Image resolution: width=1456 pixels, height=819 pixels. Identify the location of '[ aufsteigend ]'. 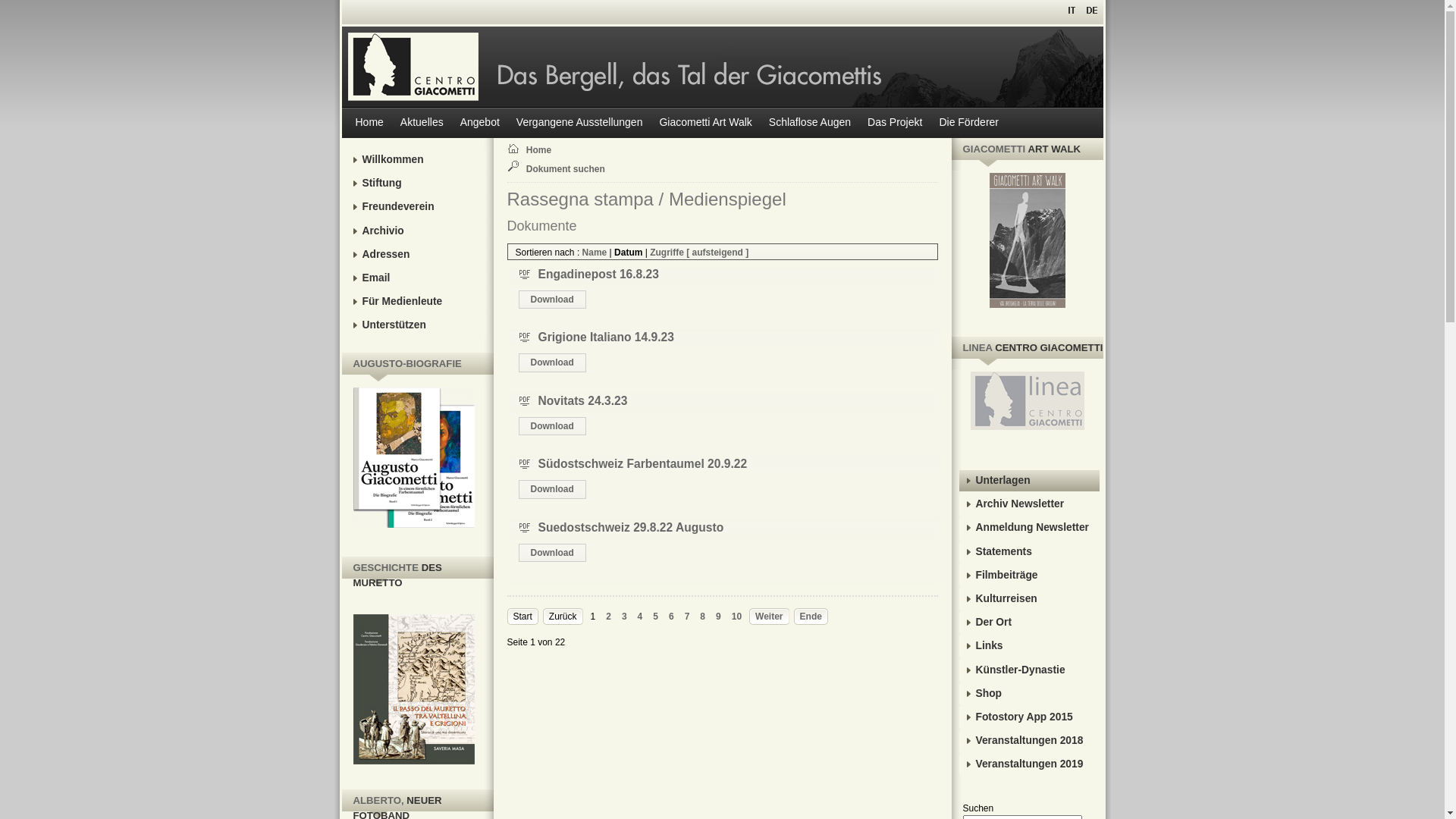
(716, 251).